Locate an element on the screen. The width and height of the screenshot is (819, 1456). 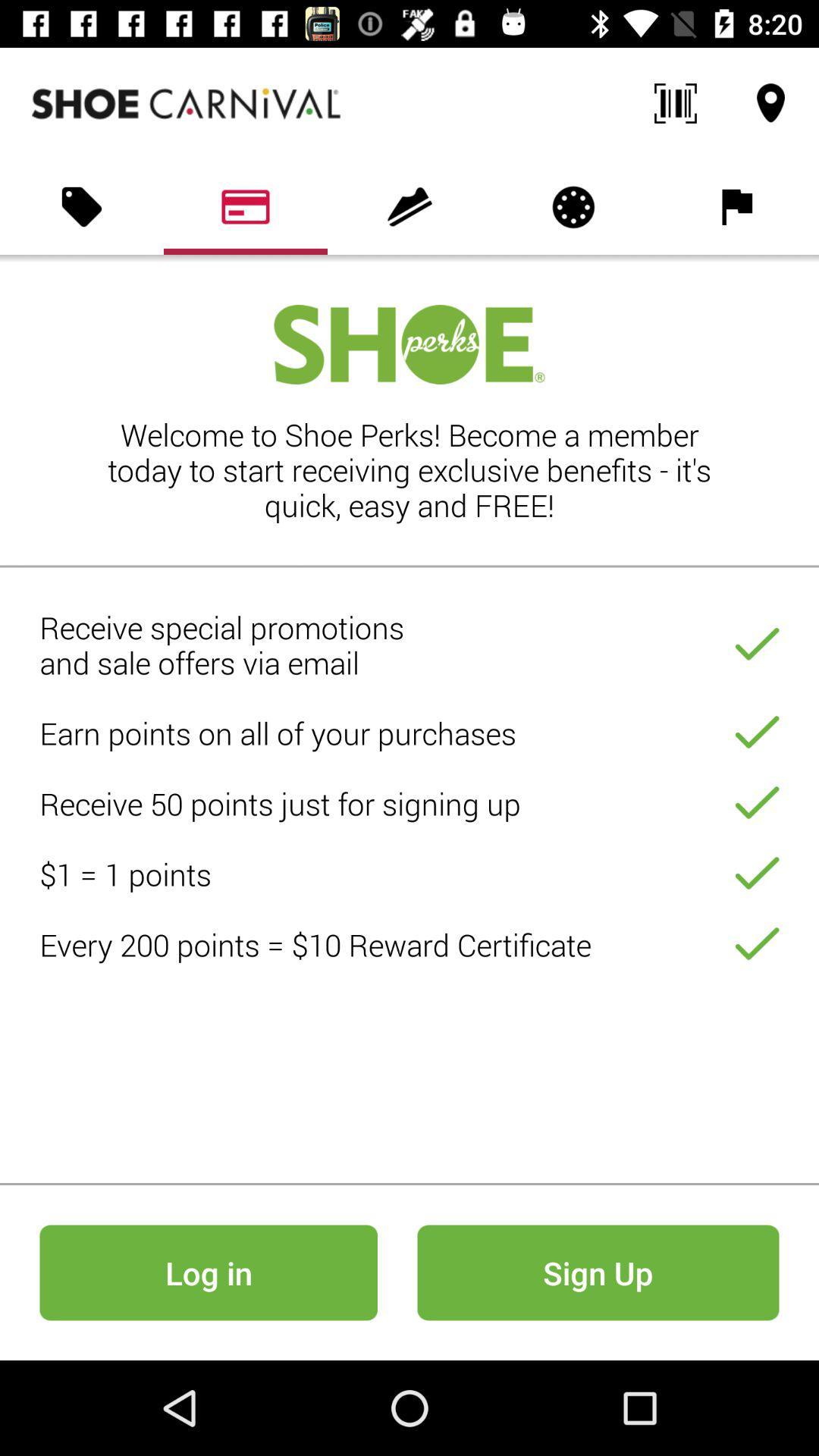
sign up is located at coordinates (598, 1272).